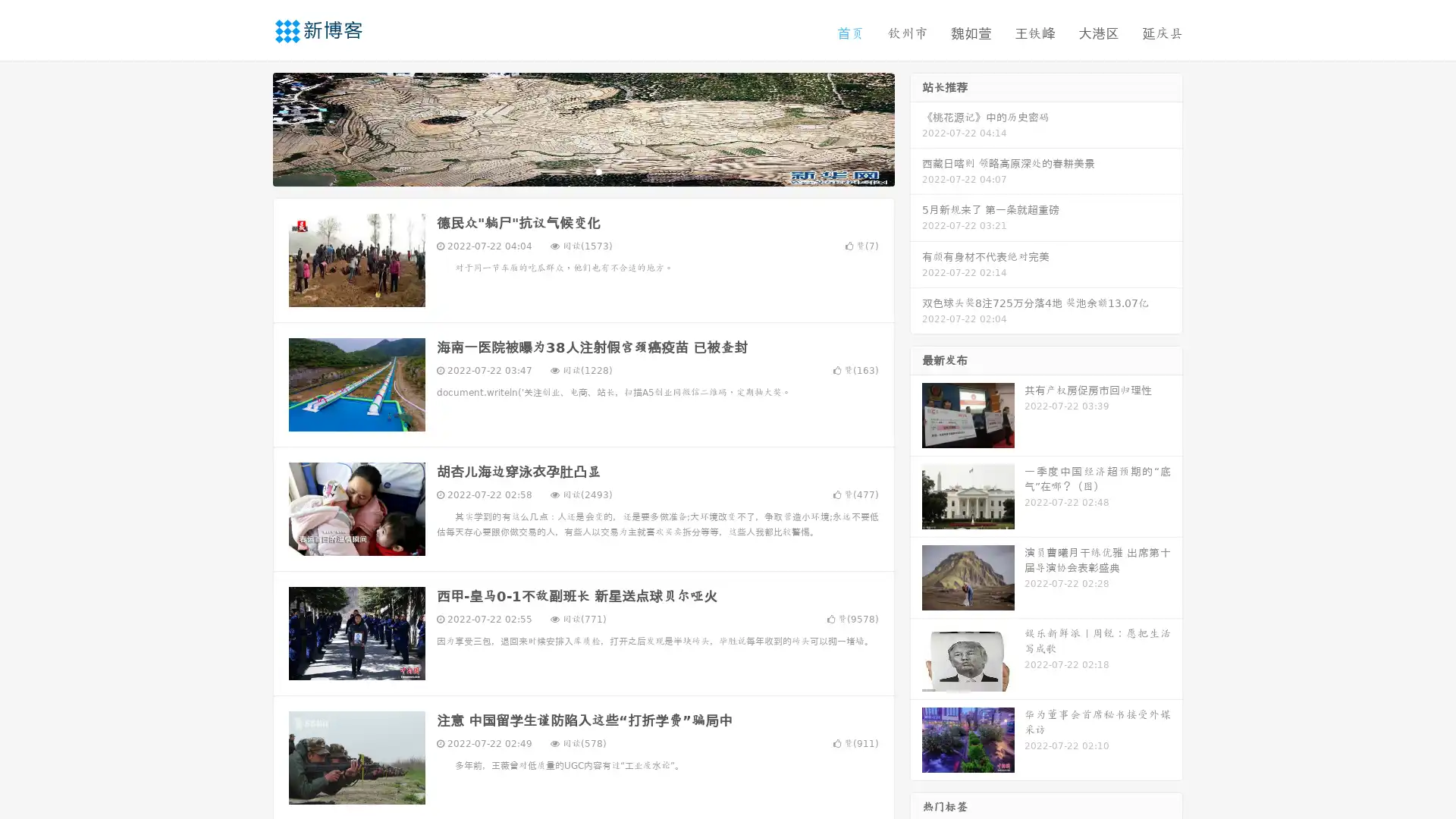 This screenshot has height=819, width=1456. What do you see at coordinates (916, 127) in the screenshot?
I see `Next slide` at bounding box center [916, 127].